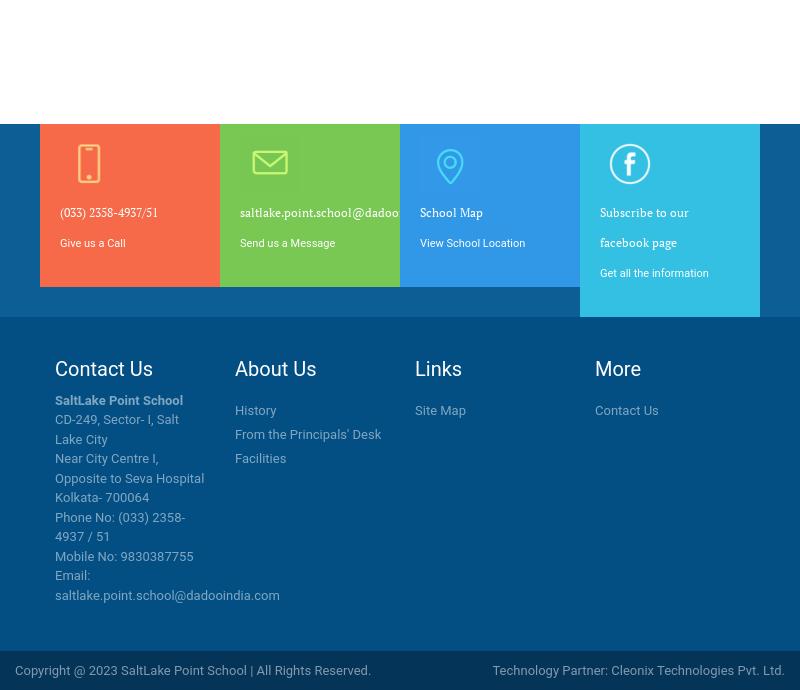 The height and width of the screenshot is (690, 800). What do you see at coordinates (101, 497) in the screenshot?
I see `'Kolkata- 700064'` at bounding box center [101, 497].